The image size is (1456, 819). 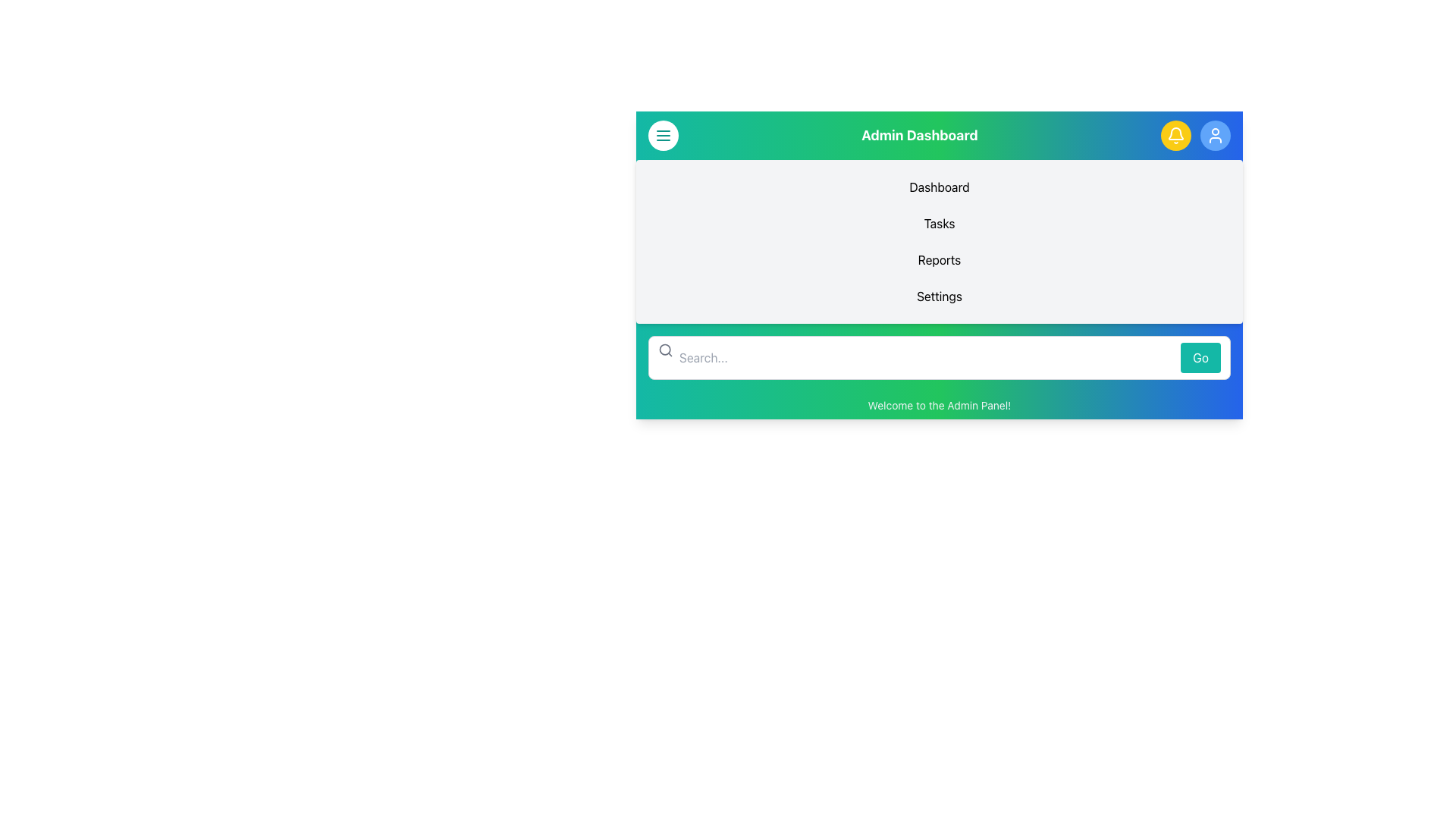 What do you see at coordinates (938, 186) in the screenshot?
I see `the navigation link labeled 'Dashboard' at the top of the vertical menu under the 'Admin Dashboard' header` at bounding box center [938, 186].